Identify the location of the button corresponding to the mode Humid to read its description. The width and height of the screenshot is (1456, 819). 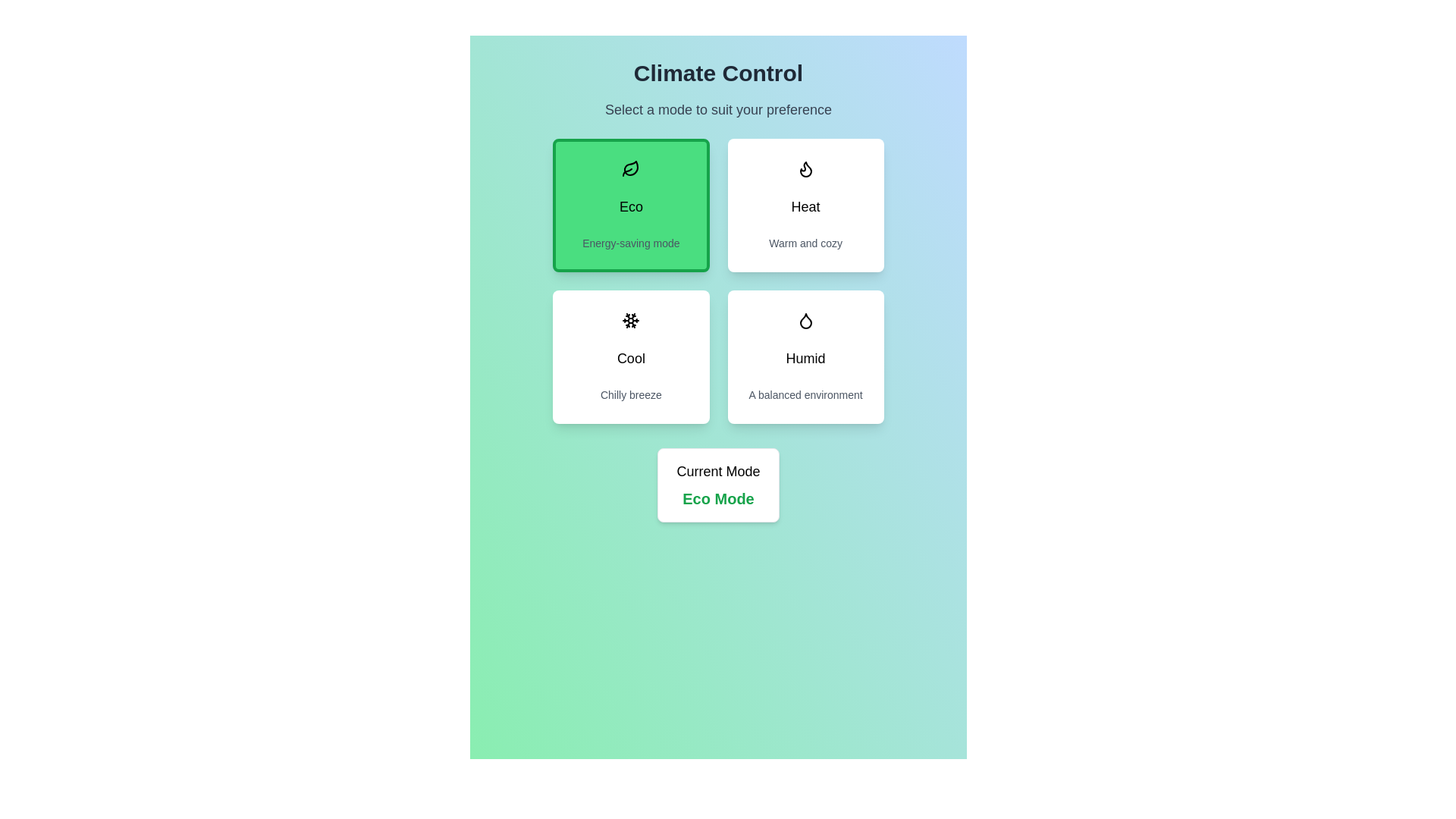
(805, 356).